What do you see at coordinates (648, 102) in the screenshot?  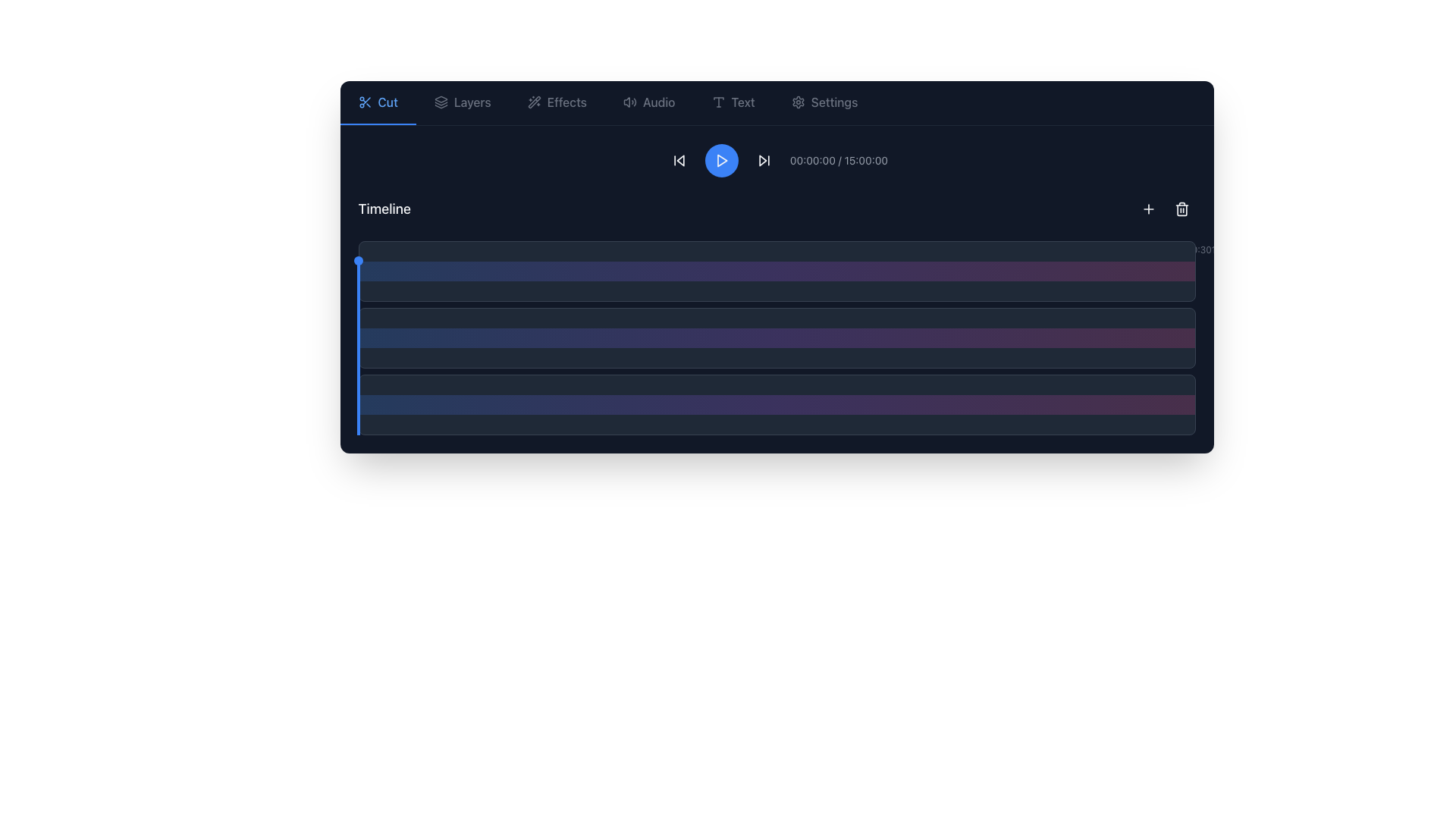 I see `the 'Audio' button located in the horizontal navigation menu at the top of the page` at bounding box center [648, 102].